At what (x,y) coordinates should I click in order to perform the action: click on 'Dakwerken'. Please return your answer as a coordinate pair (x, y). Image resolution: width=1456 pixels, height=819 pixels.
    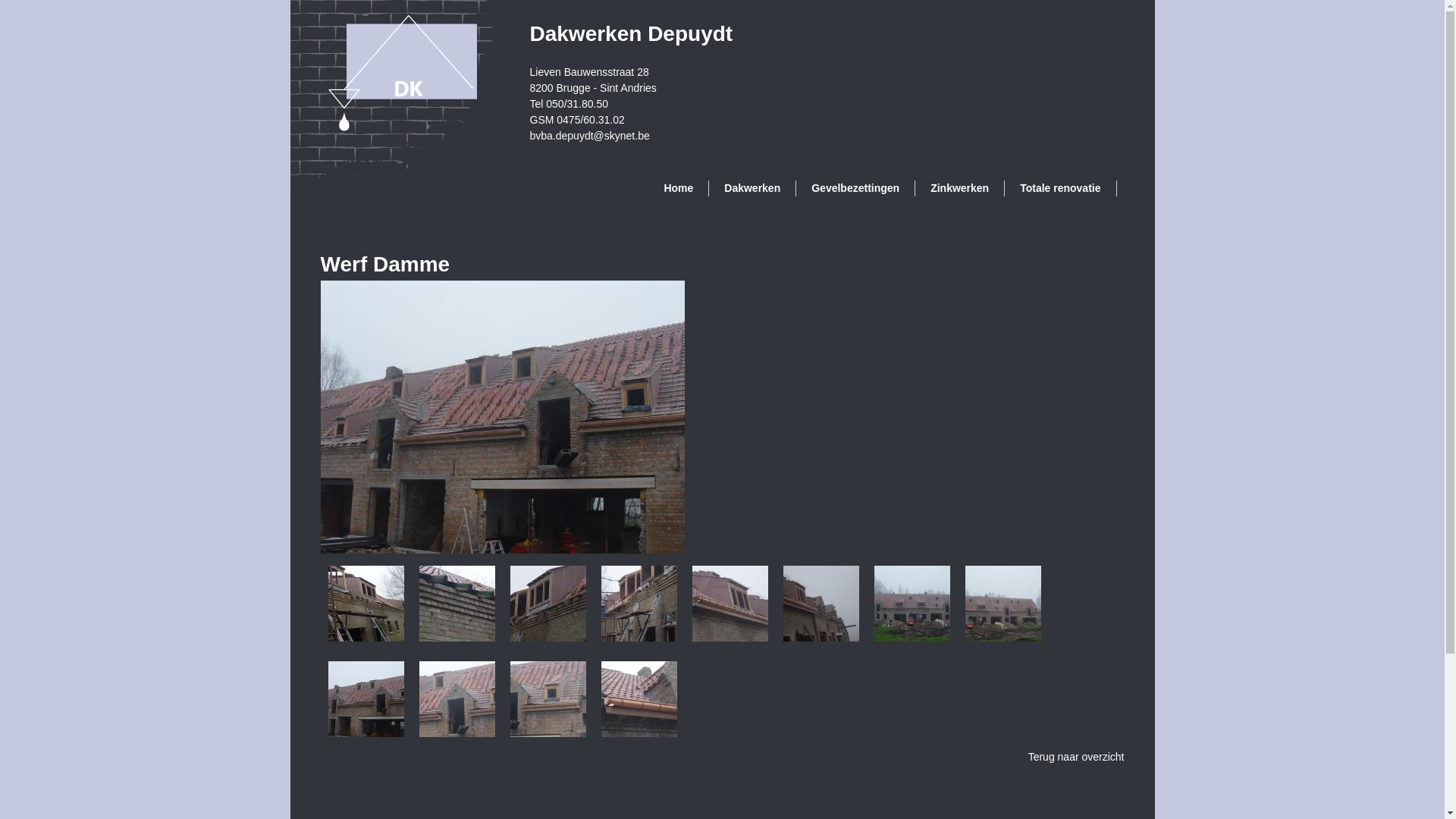
    Looking at the image, I should click on (752, 187).